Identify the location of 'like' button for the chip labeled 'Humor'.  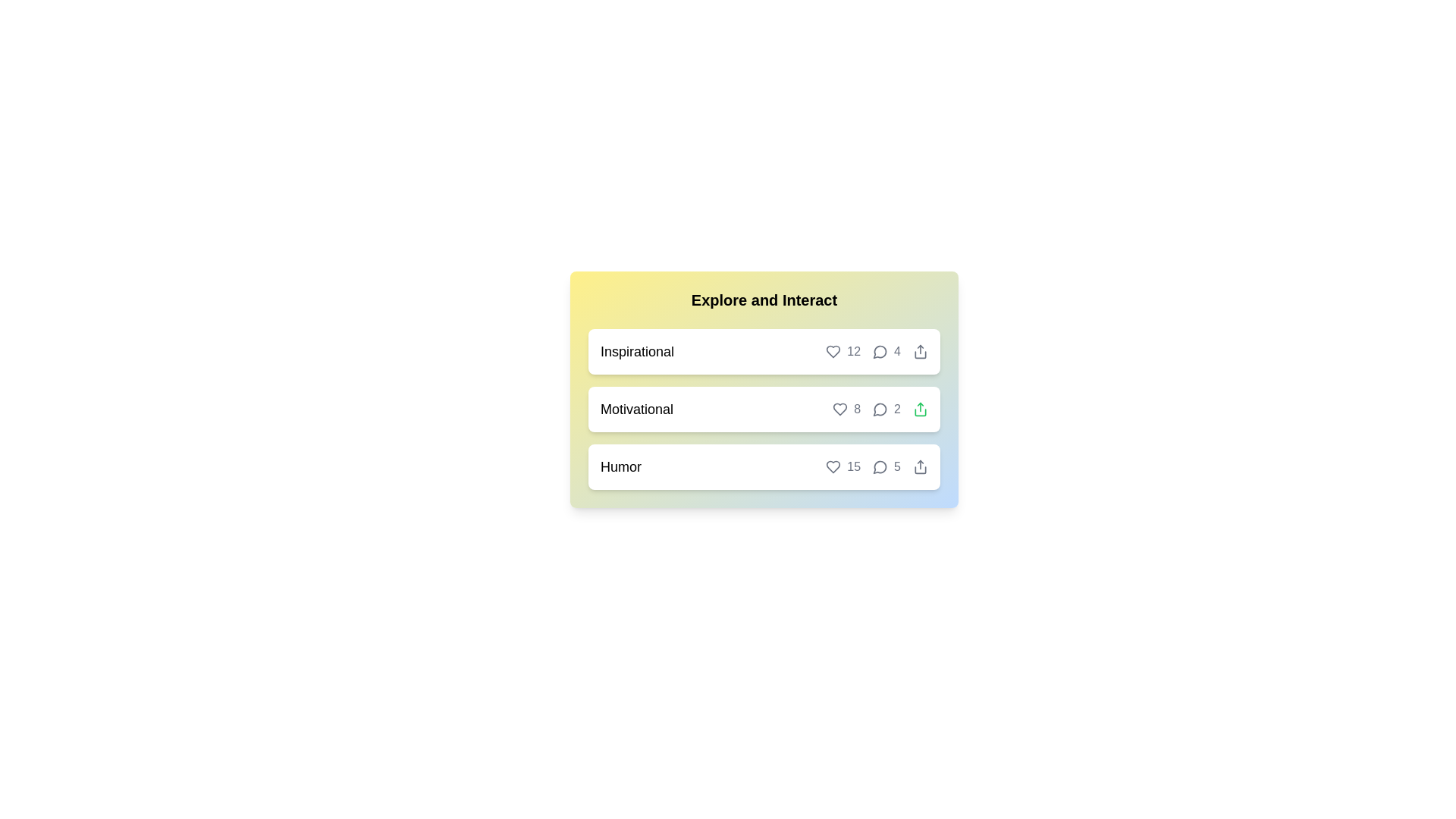
(843, 466).